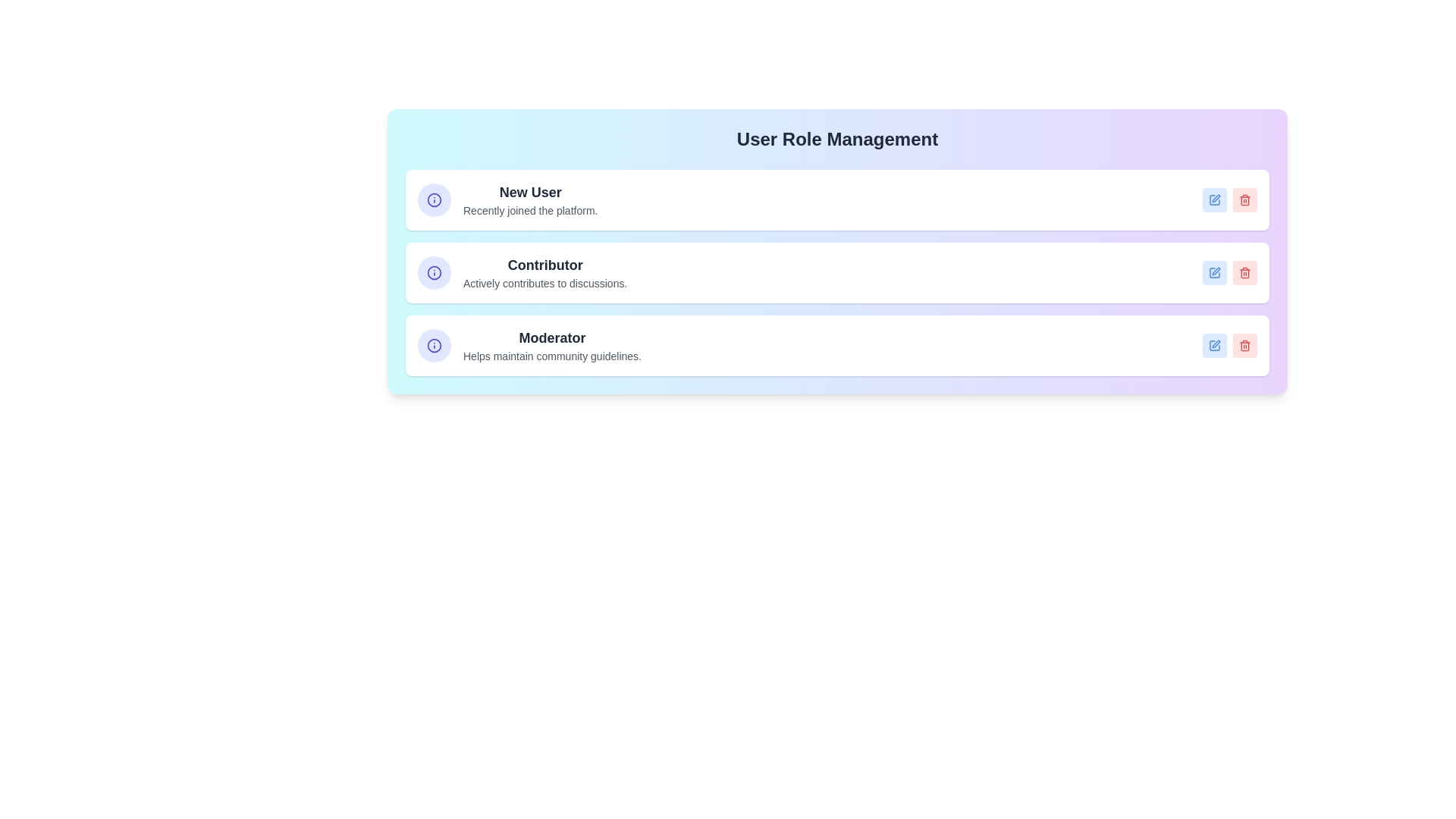 The width and height of the screenshot is (1456, 819). Describe the element at coordinates (1244, 271) in the screenshot. I see `the delete button for the tag Contributor` at that location.